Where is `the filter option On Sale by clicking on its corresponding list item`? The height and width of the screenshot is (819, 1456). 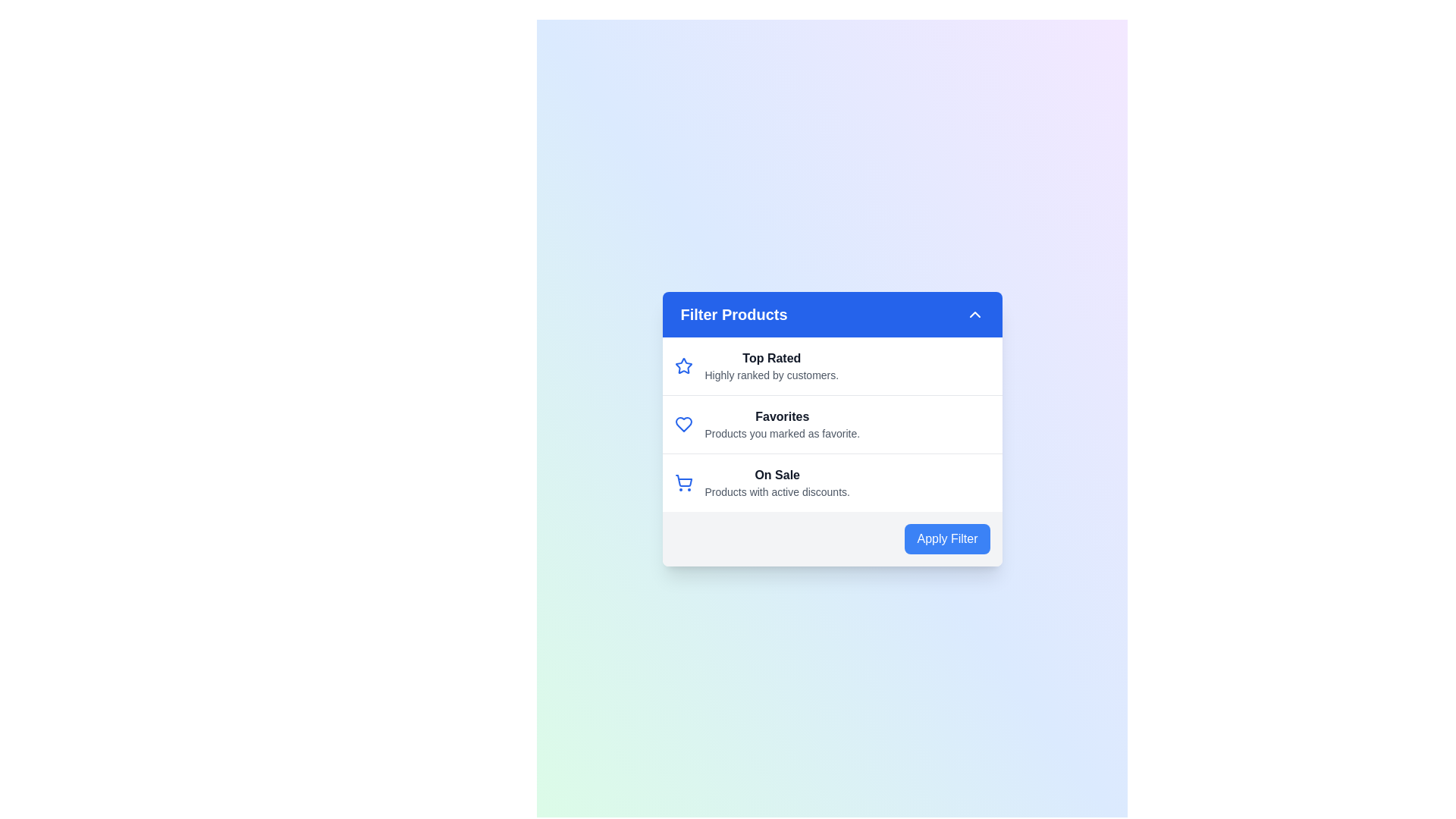 the filter option On Sale by clicking on its corresponding list item is located at coordinates (831, 482).